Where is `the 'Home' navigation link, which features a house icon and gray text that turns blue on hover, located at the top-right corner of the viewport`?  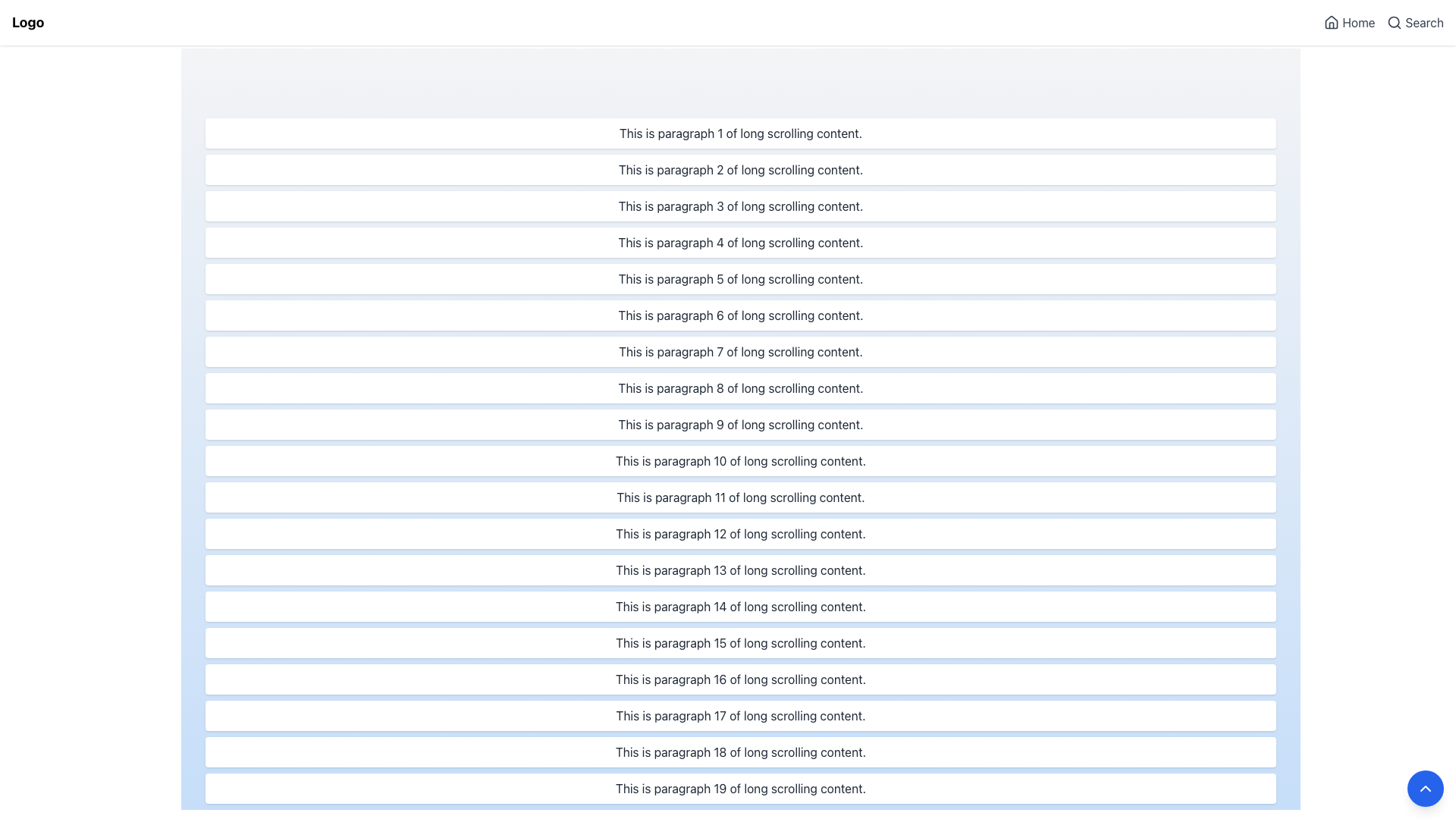 the 'Home' navigation link, which features a house icon and gray text that turns blue on hover, located at the top-right corner of the viewport is located at coordinates (1349, 23).